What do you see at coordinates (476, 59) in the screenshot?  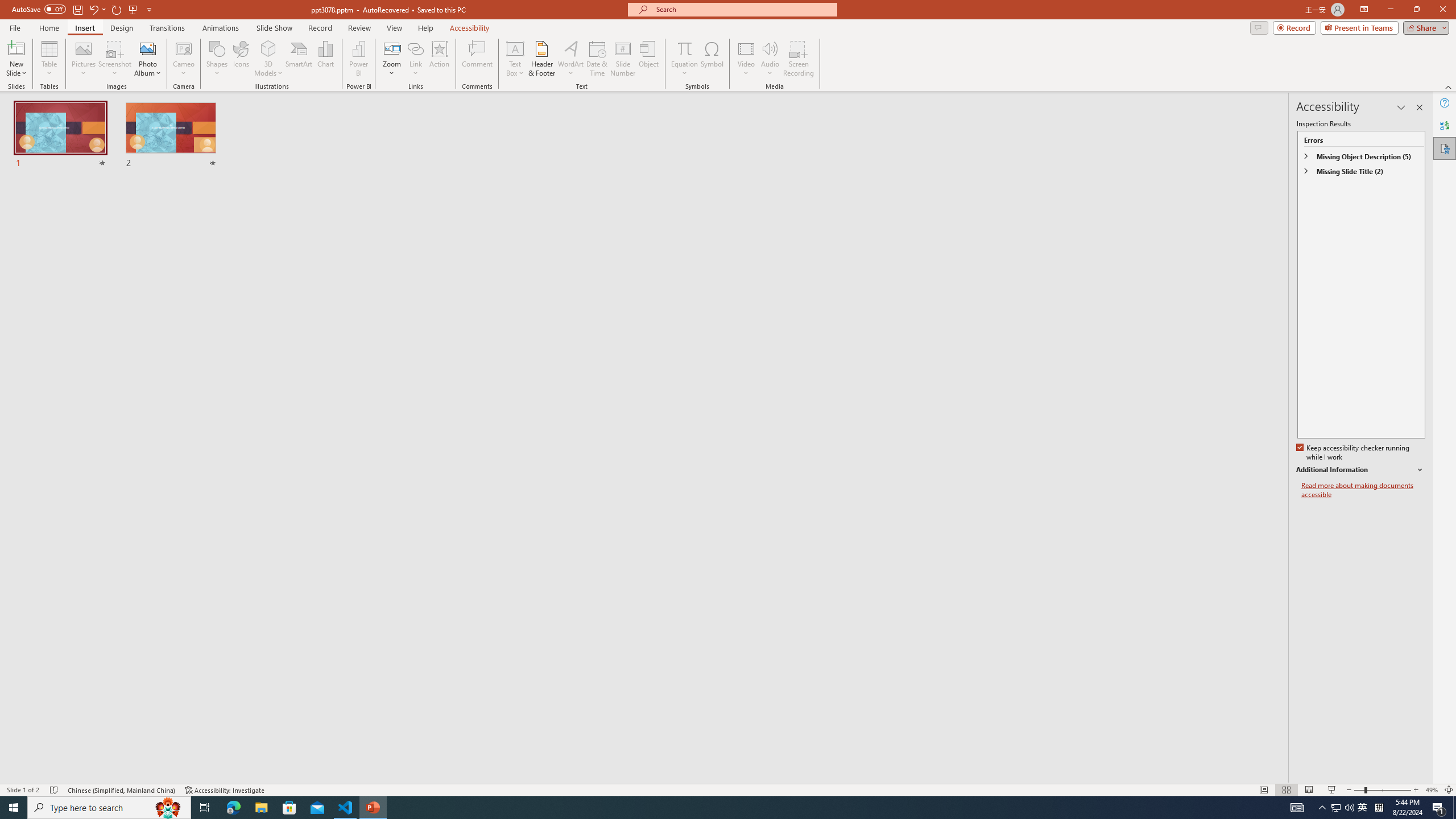 I see `'Comment'` at bounding box center [476, 59].